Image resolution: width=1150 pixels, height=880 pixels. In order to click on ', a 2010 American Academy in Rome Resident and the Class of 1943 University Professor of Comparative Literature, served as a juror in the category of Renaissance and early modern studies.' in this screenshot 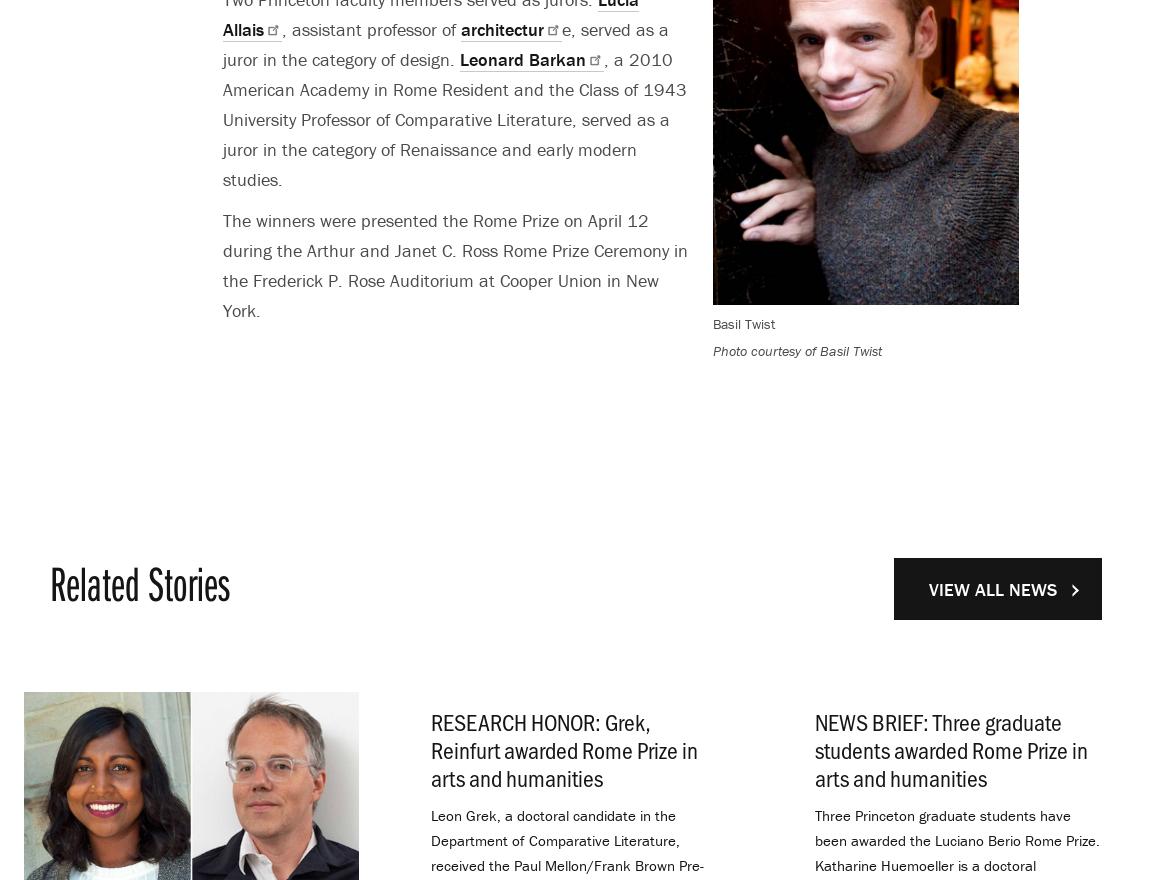, I will do `click(455, 118)`.